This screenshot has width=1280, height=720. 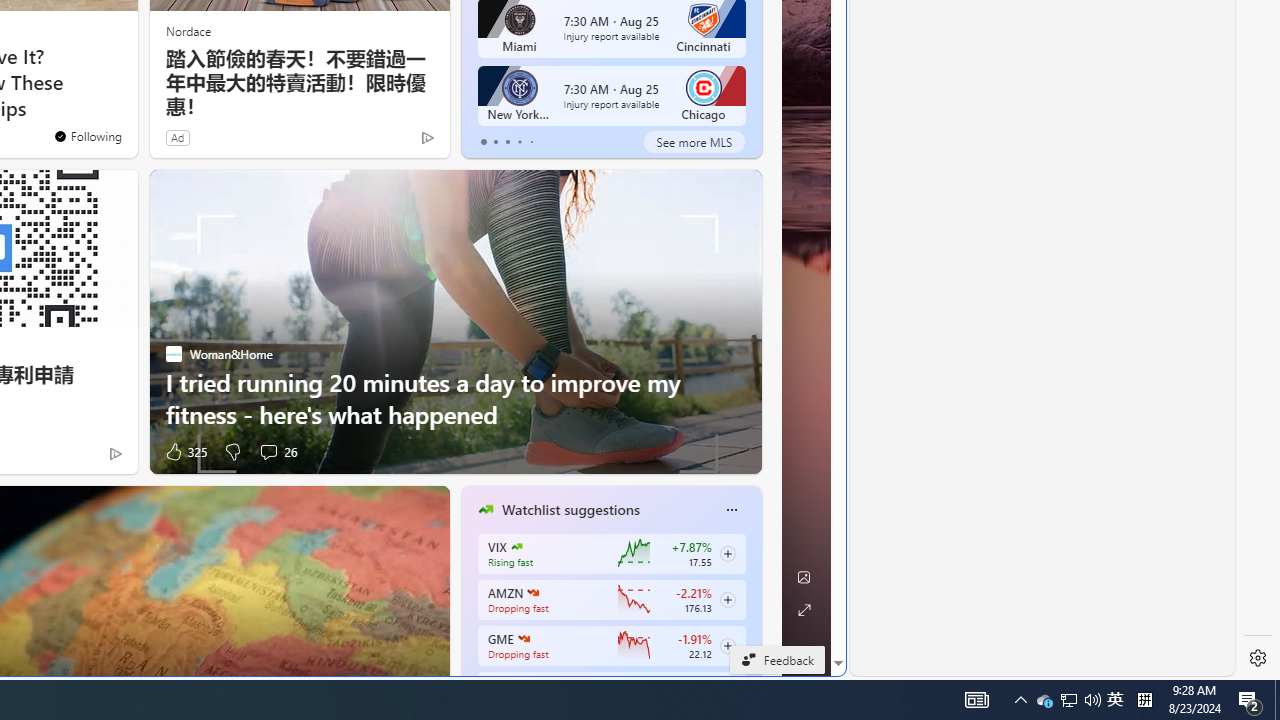 I want to click on 'Edit Background', so click(x=803, y=577).